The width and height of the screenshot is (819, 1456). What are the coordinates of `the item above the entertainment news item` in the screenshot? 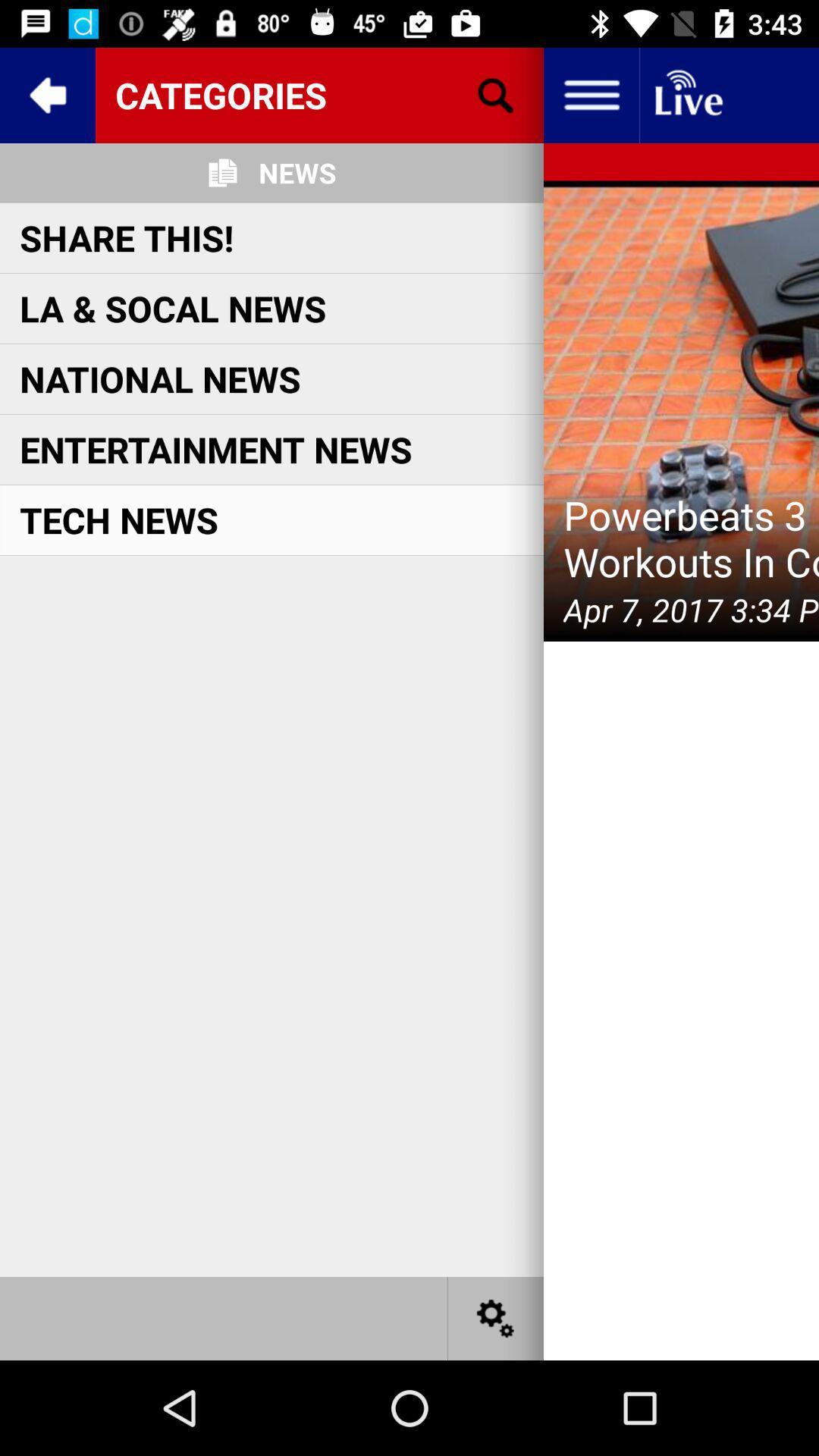 It's located at (160, 378).